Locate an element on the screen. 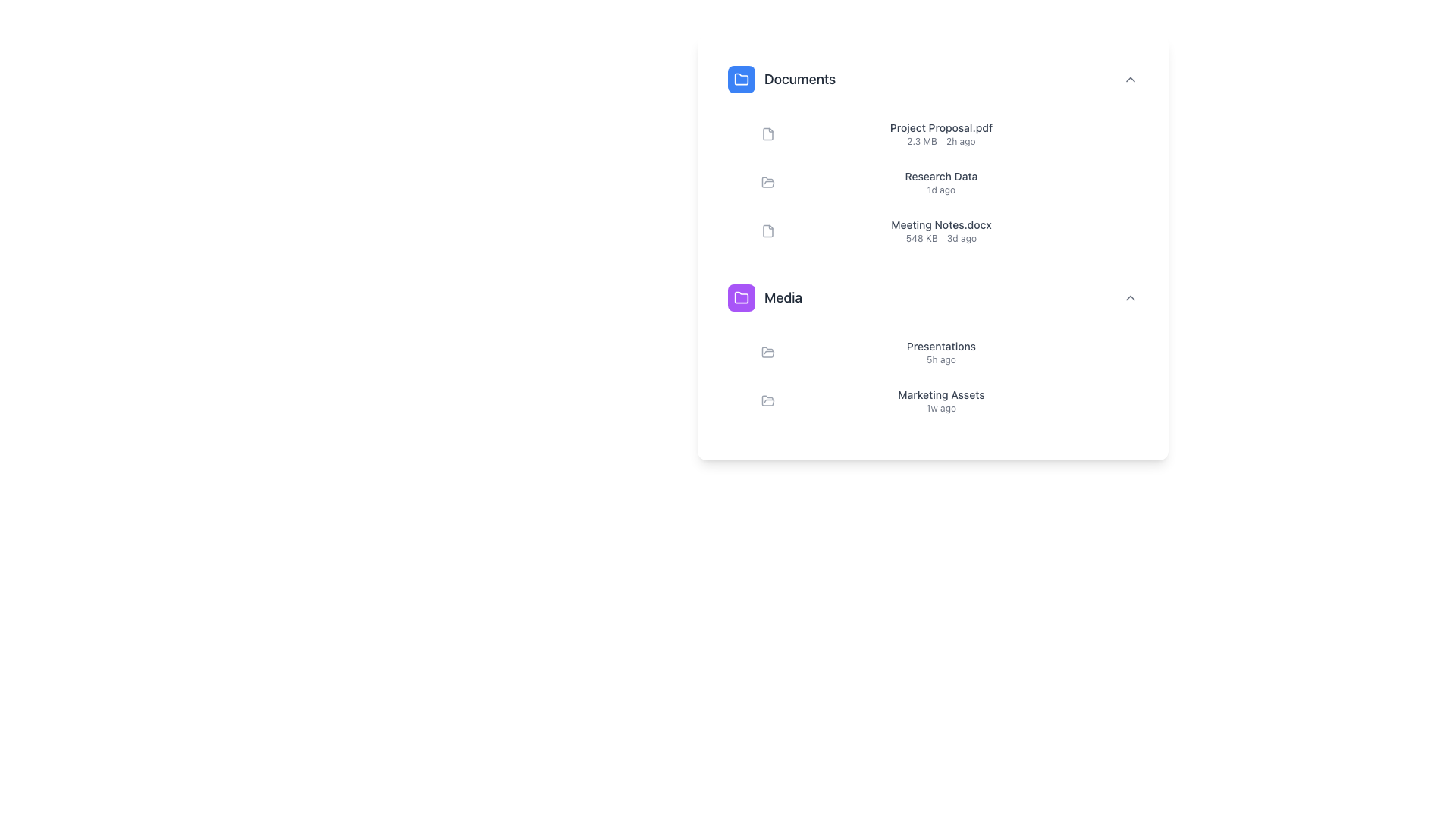  the content of the text label that indicates the time elapsed since the 'Presentations' folder was last modified or accessed, positioned below the 'Presentations' folder name in the 'Media' section is located at coordinates (940, 359).